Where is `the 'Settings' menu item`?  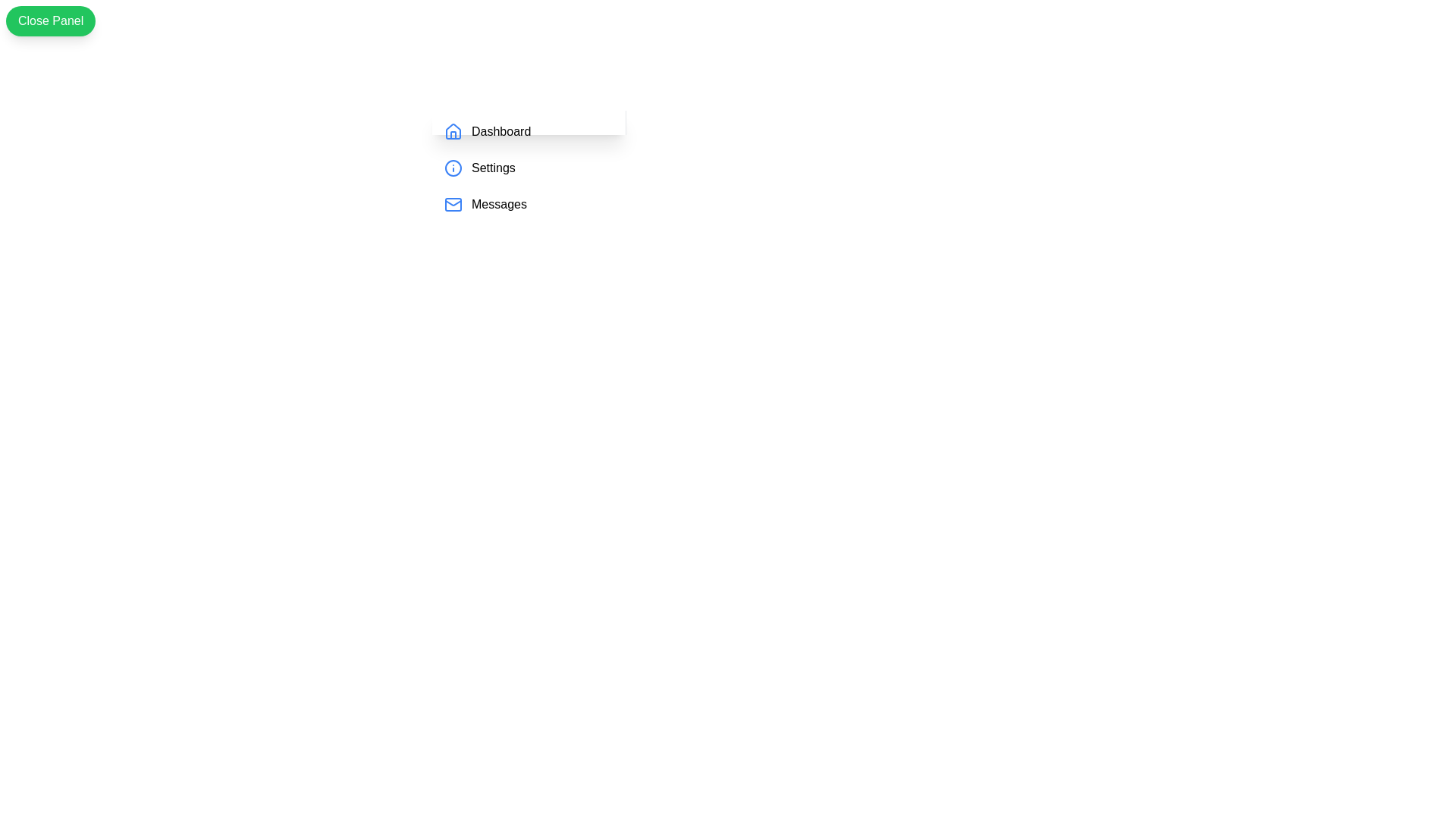
the 'Settings' menu item is located at coordinates (529, 168).